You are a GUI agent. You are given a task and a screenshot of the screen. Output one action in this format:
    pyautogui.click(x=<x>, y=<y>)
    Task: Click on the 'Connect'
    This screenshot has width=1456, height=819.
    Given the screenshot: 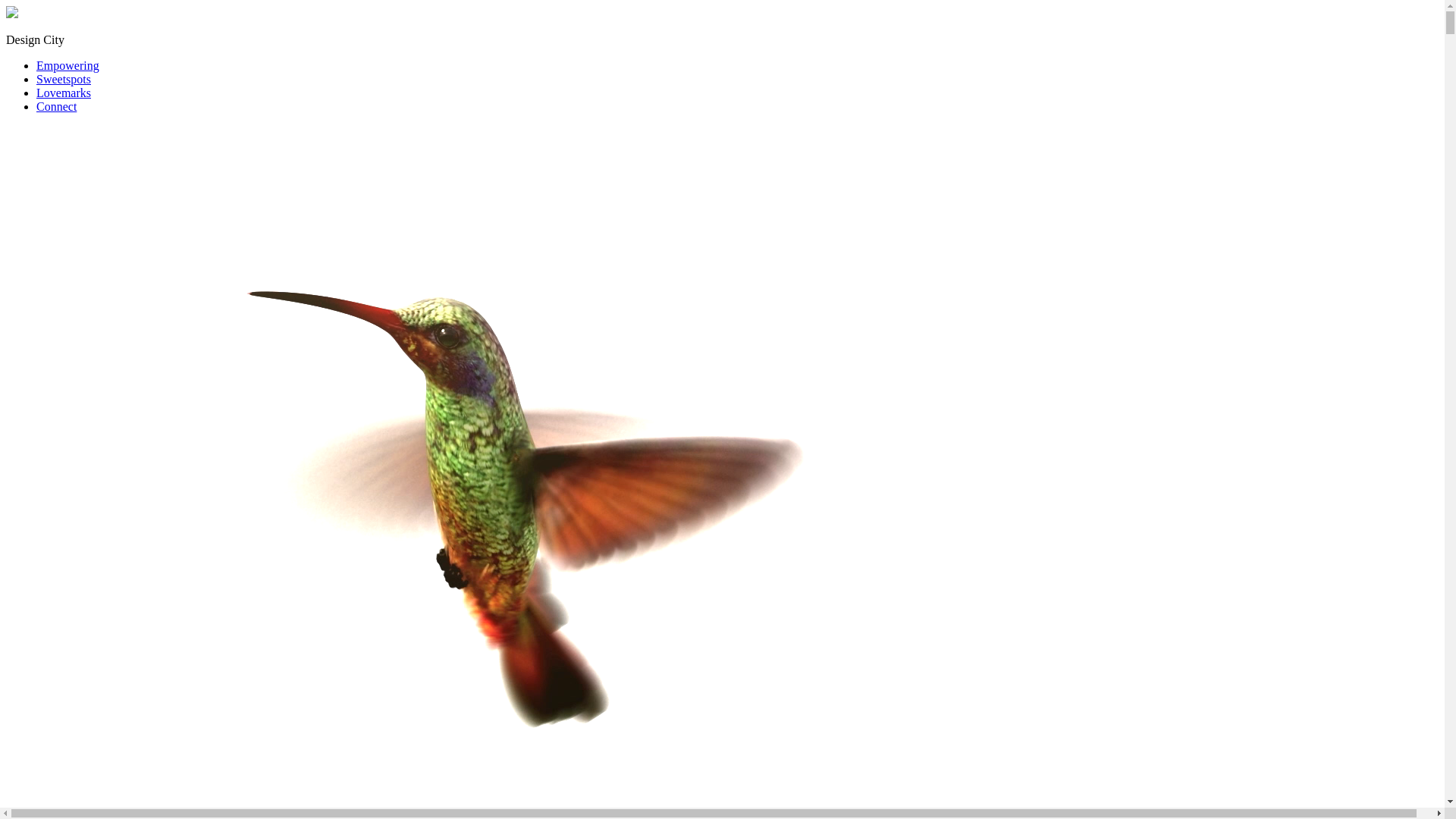 What is the action you would take?
    pyautogui.click(x=56, y=105)
    